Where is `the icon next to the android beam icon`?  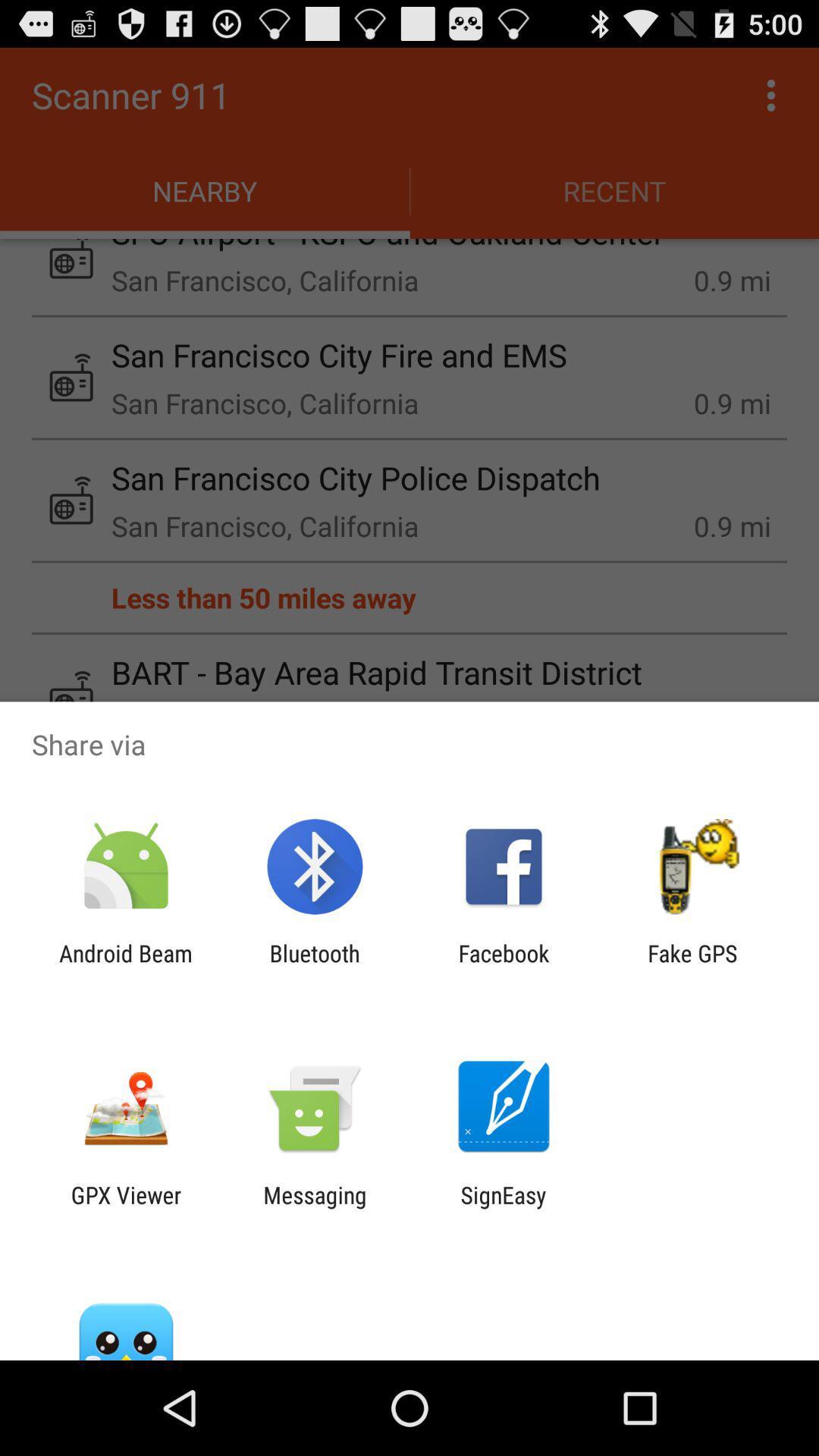 the icon next to the android beam icon is located at coordinates (314, 966).